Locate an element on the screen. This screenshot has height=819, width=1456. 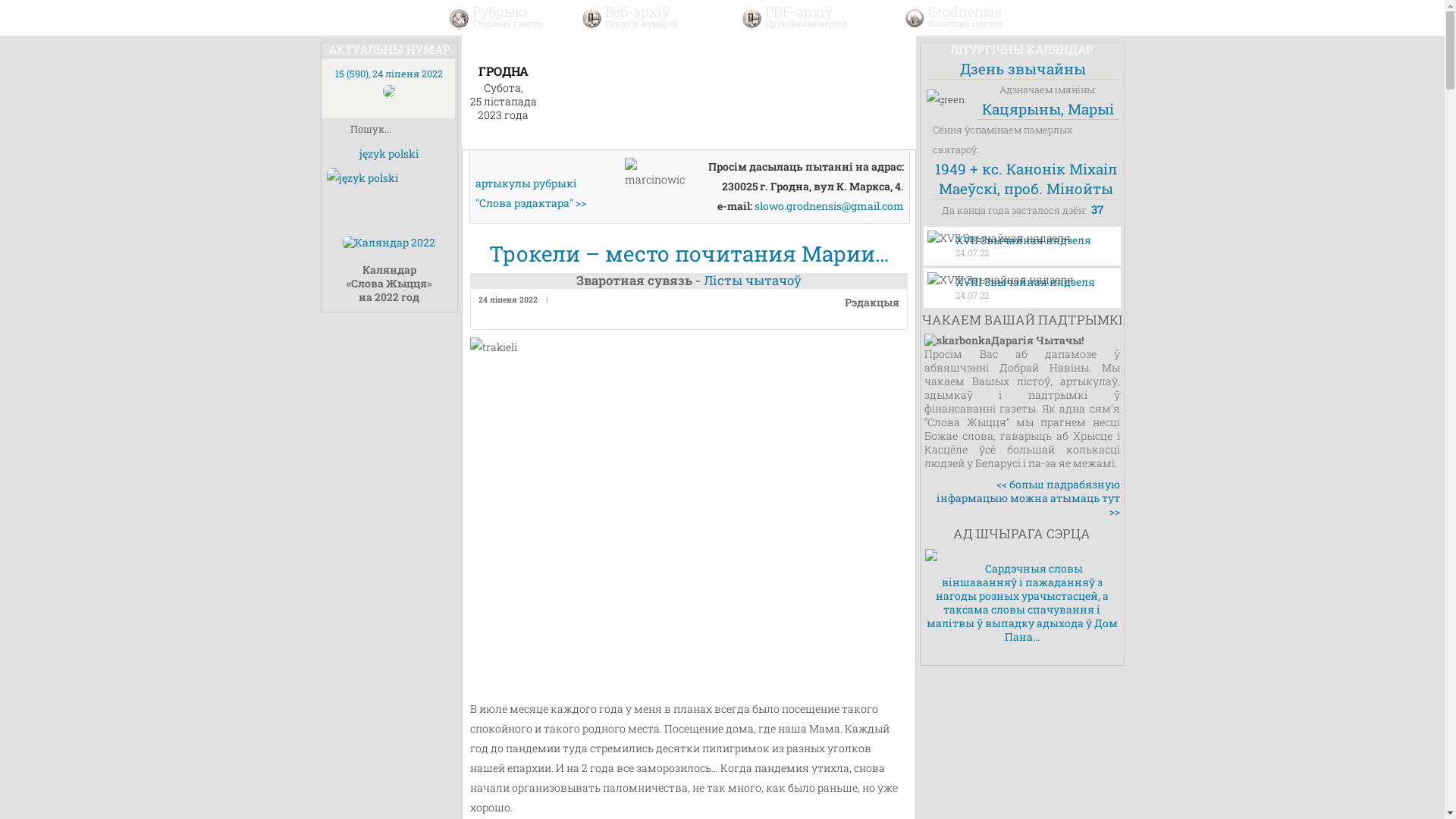
'        ' is located at coordinates (1050, 17).